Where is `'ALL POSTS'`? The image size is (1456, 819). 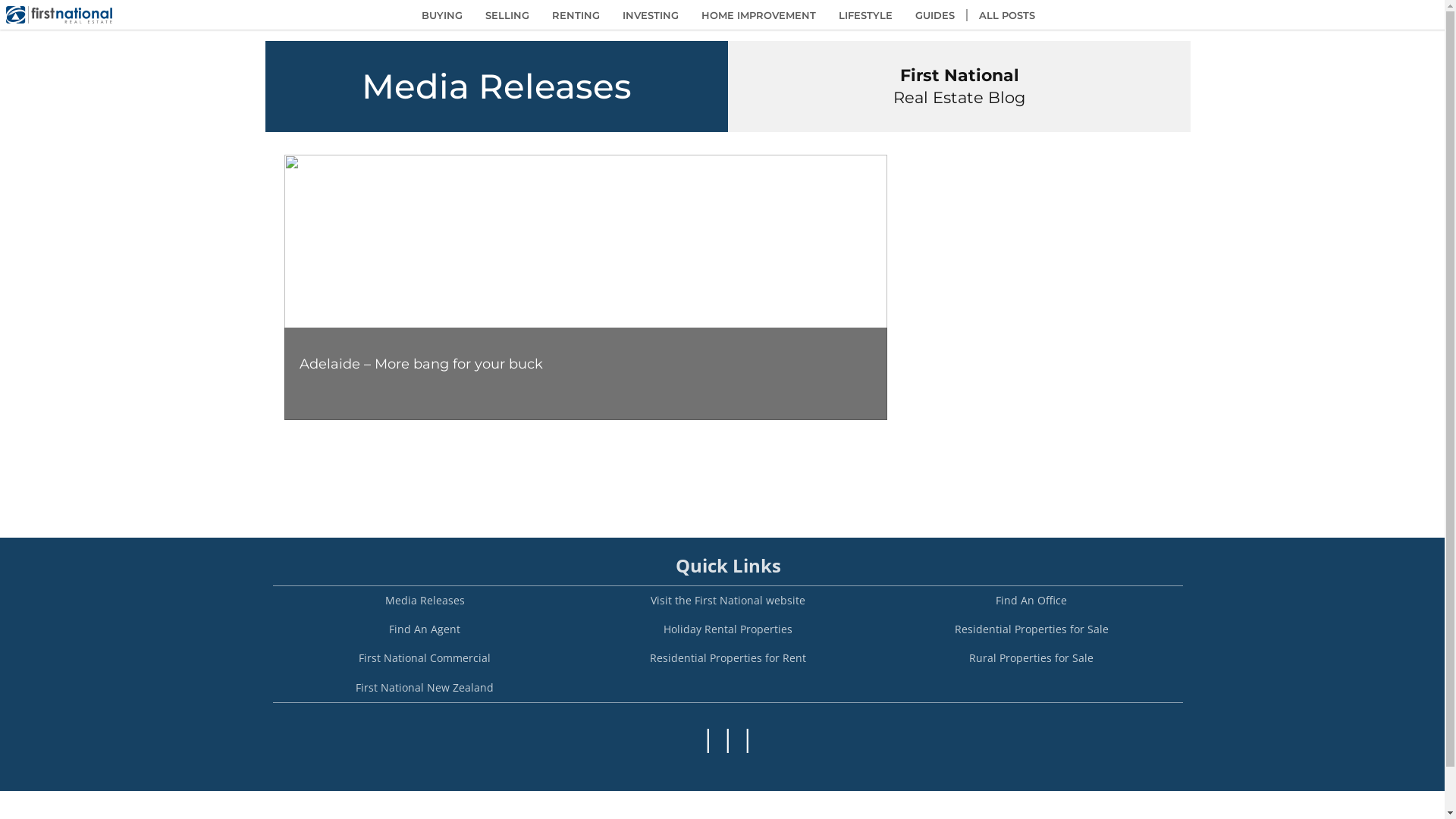
'ALL POSTS' is located at coordinates (1006, 14).